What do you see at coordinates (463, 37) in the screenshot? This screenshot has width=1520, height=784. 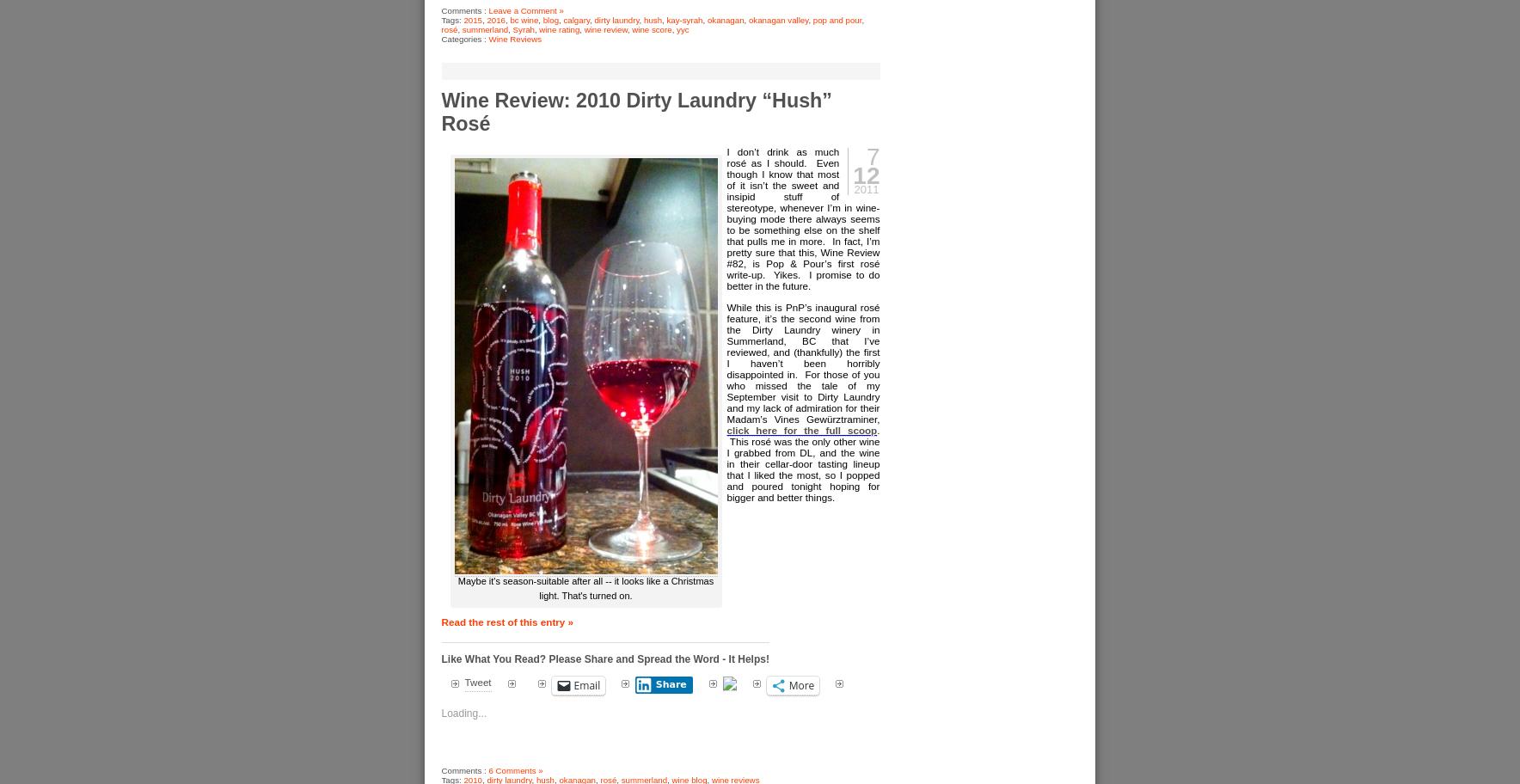 I see `'Categories :'` at bounding box center [463, 37].